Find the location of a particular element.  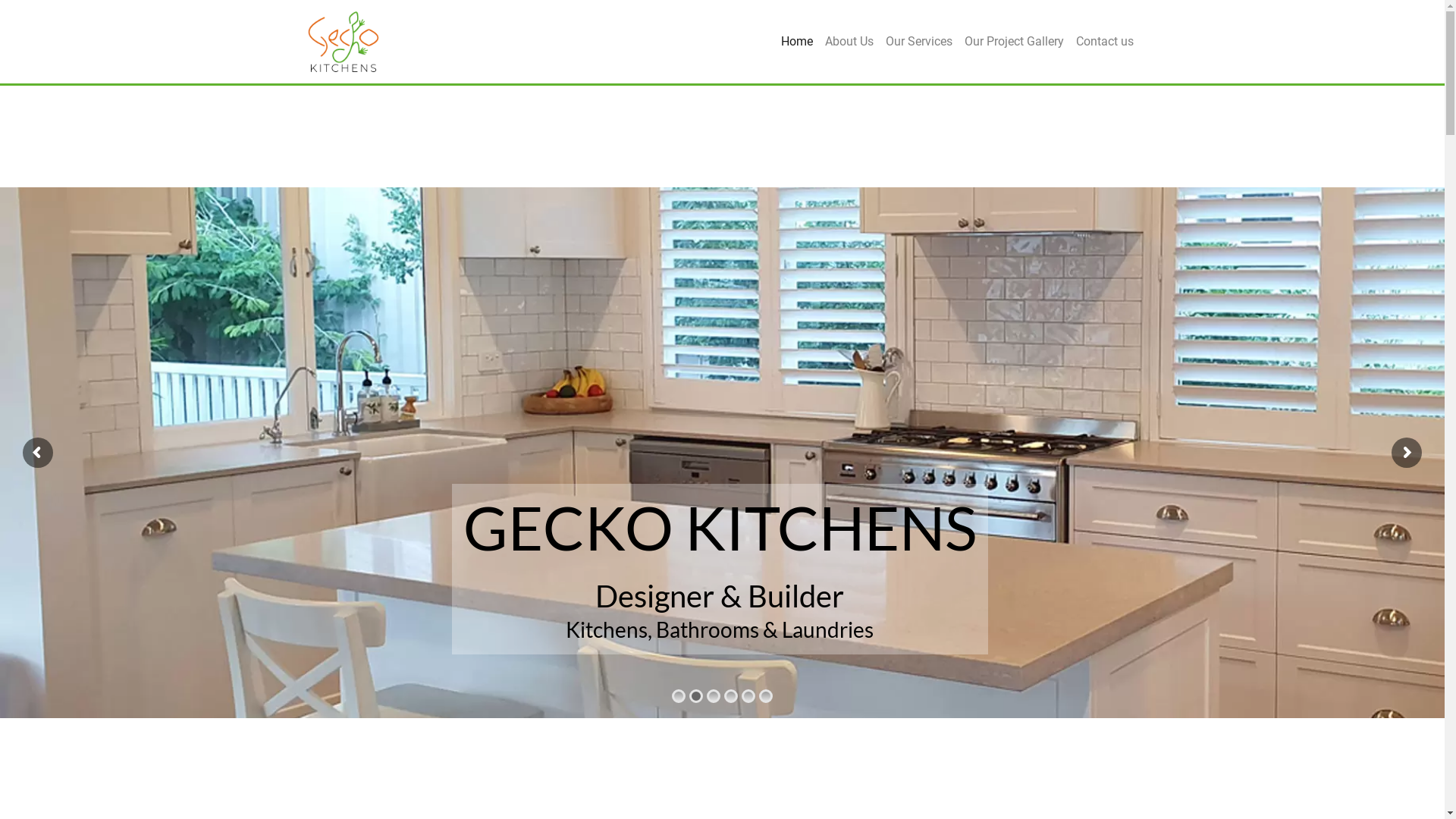

'Contact us' is located at coordinates (1103, 40).